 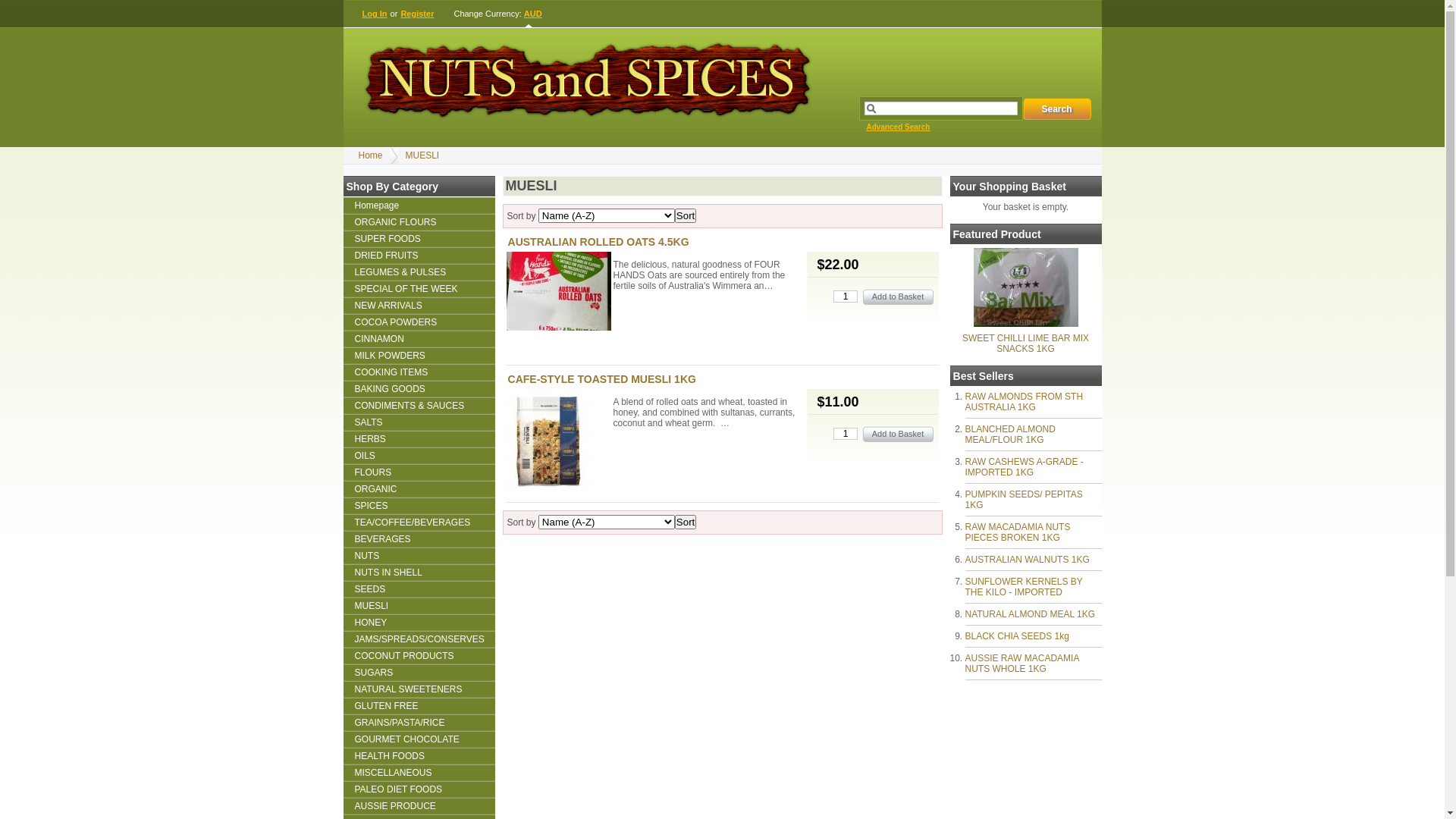 What do you see at coordinates (419, 772) in the screenshot?
I see `'MISCELLANEOUS'` at bounding box center [419, 772].